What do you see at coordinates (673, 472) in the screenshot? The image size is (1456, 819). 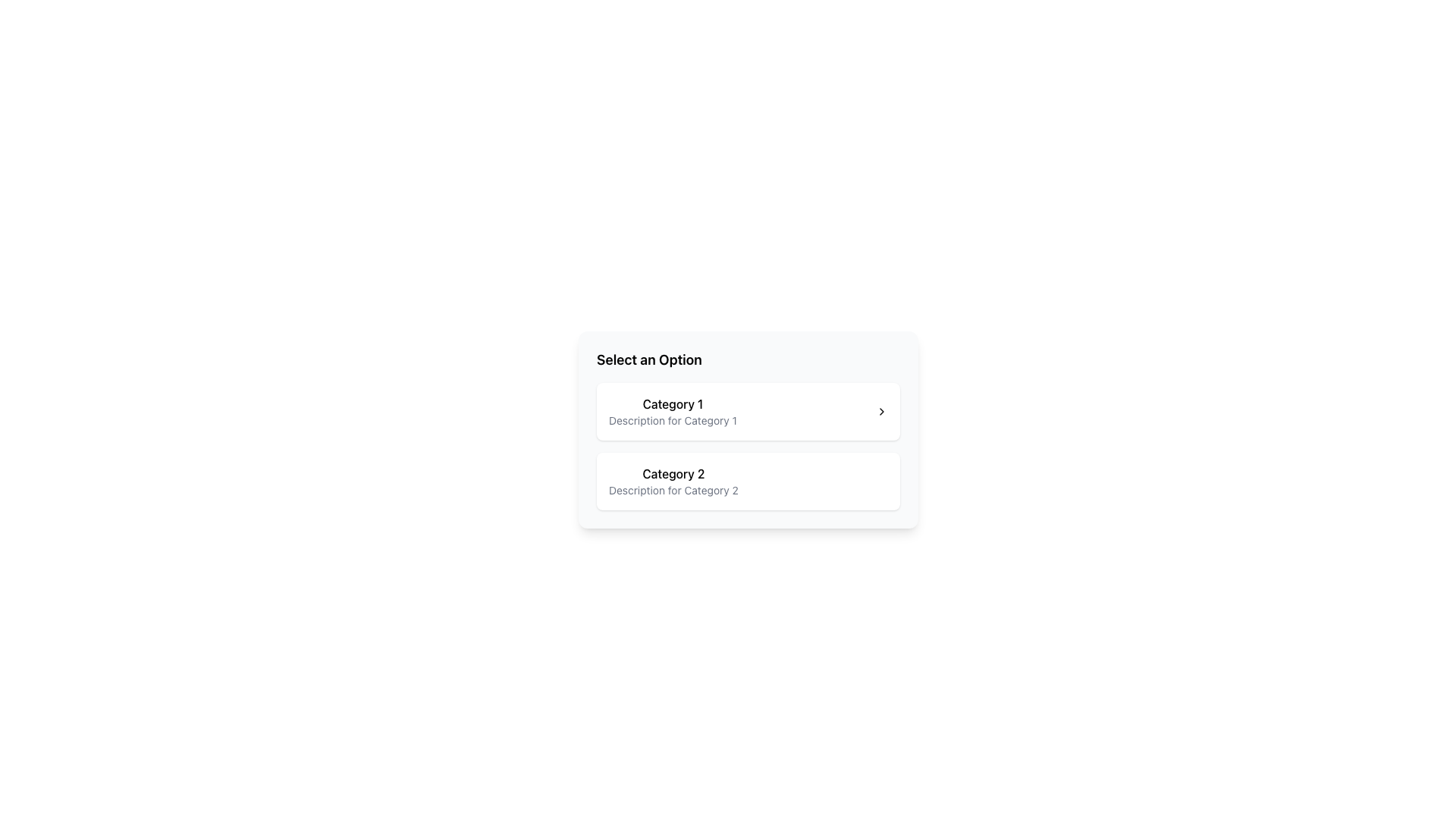 I see `text label 'Category 2' which is styled with a medium font weight and is located at the upper left of the second option card in a list of selectable options` at bounding box center [673, 472].